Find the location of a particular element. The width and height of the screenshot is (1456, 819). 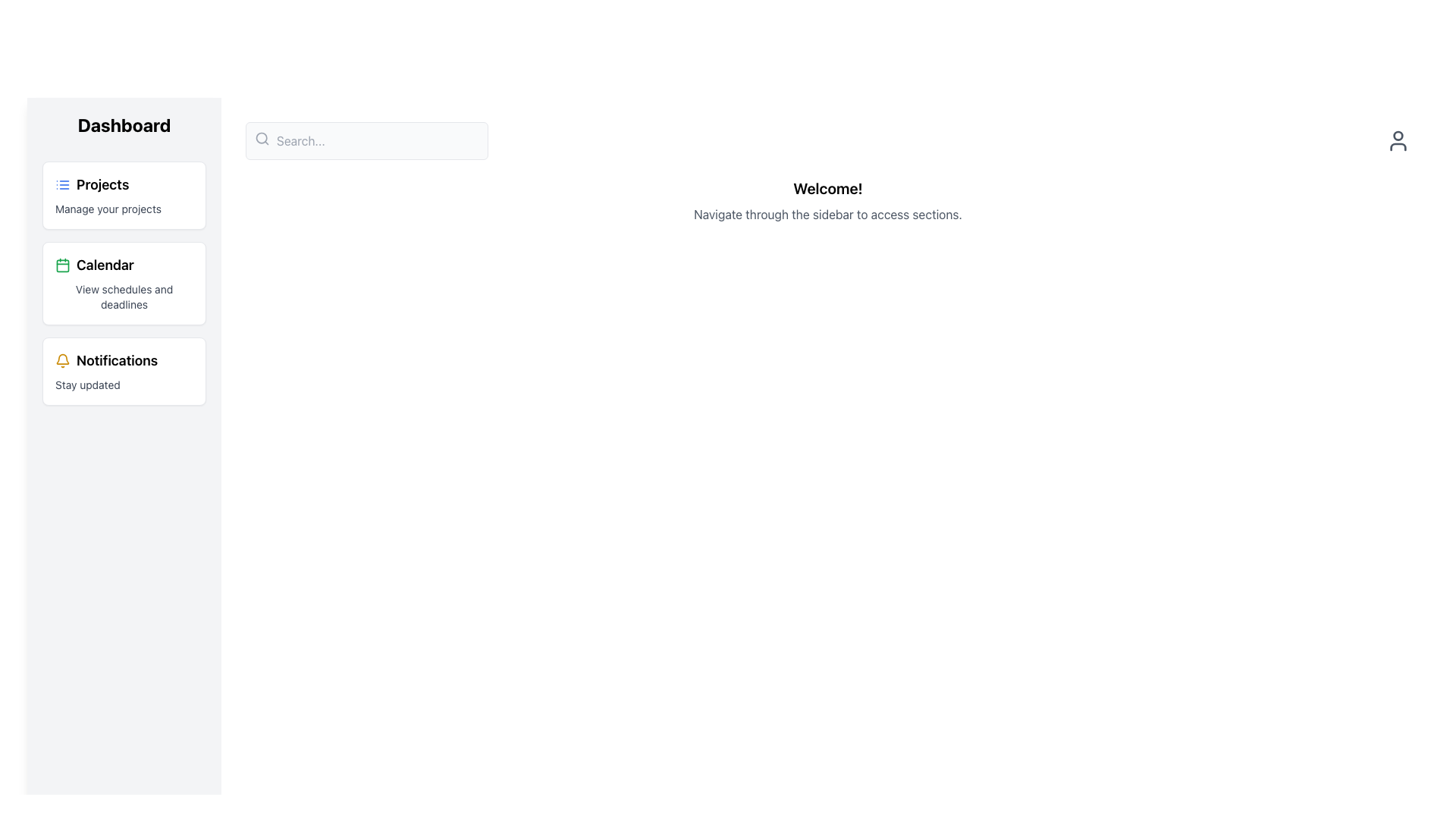

the magnifying glass icon, which is a visual cue for search functionality, located within the search bar area is located at coordinates (262, 138).